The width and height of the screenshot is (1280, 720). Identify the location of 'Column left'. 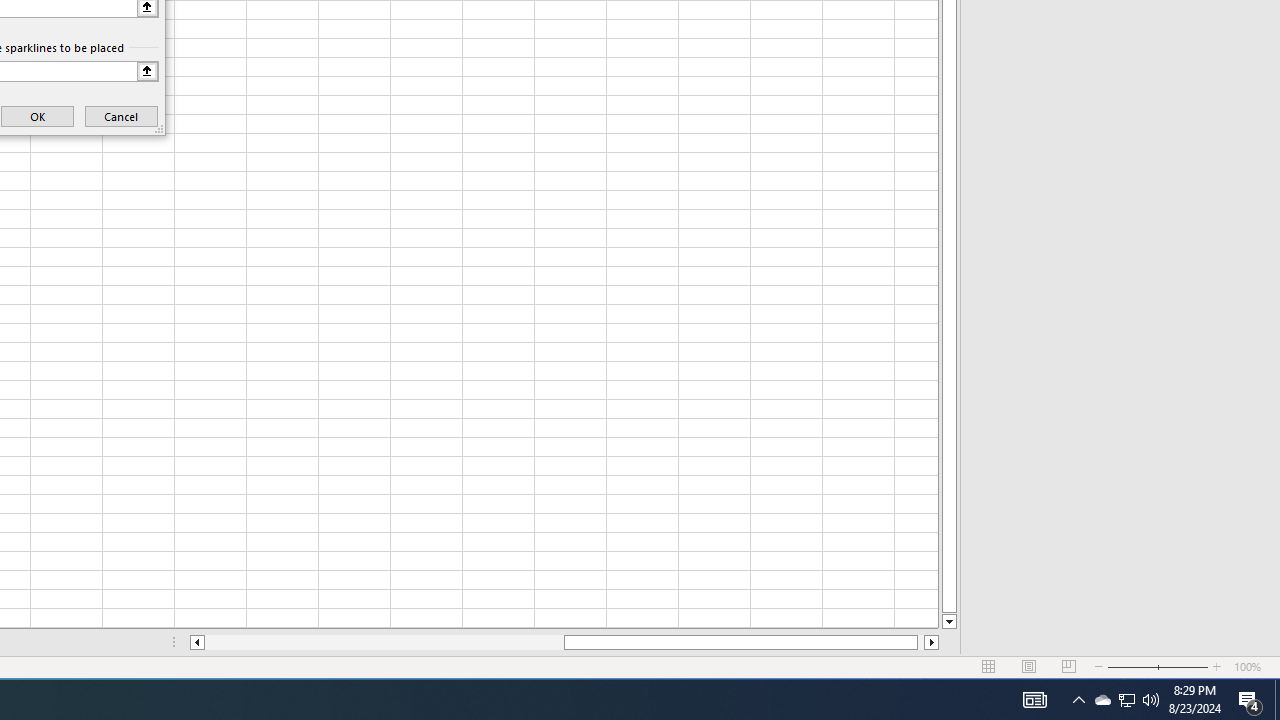
(196, 642).